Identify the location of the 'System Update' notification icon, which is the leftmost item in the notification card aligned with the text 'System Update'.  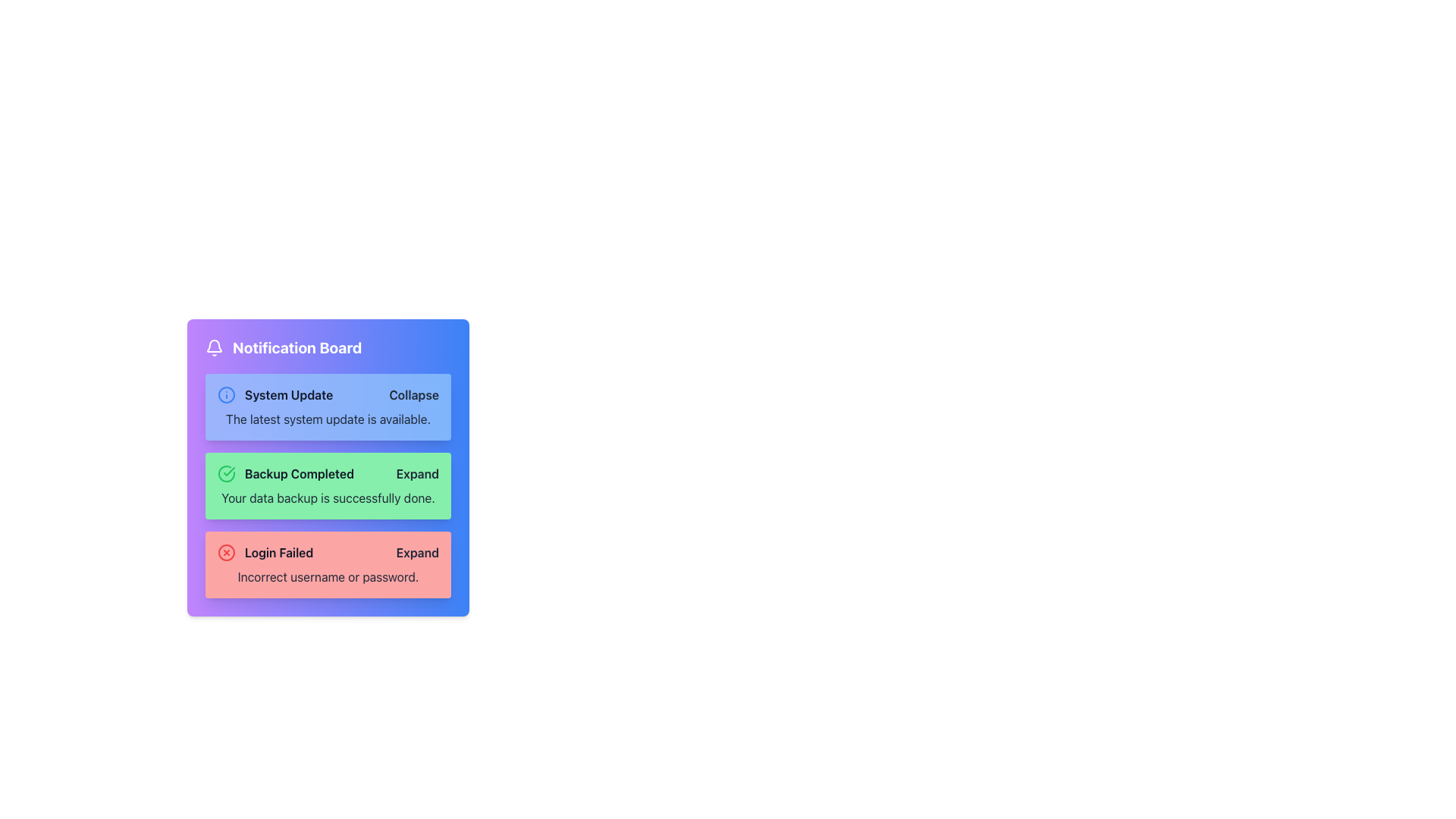
(225, 394).